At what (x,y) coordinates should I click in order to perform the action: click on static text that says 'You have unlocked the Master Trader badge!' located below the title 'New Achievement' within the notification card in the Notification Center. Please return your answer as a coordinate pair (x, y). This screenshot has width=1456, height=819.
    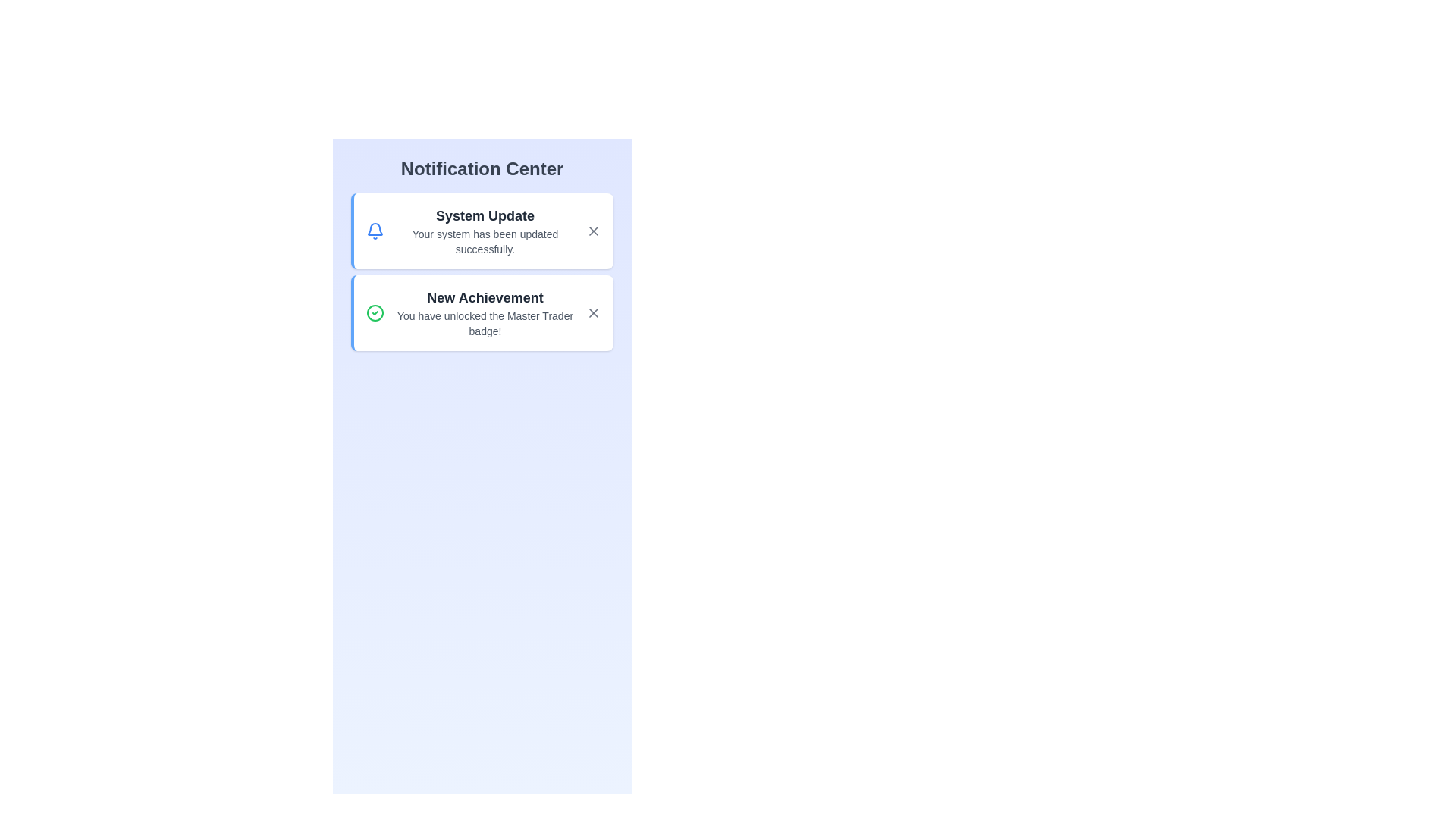
    Looking at the image, I should click on (484, 323).